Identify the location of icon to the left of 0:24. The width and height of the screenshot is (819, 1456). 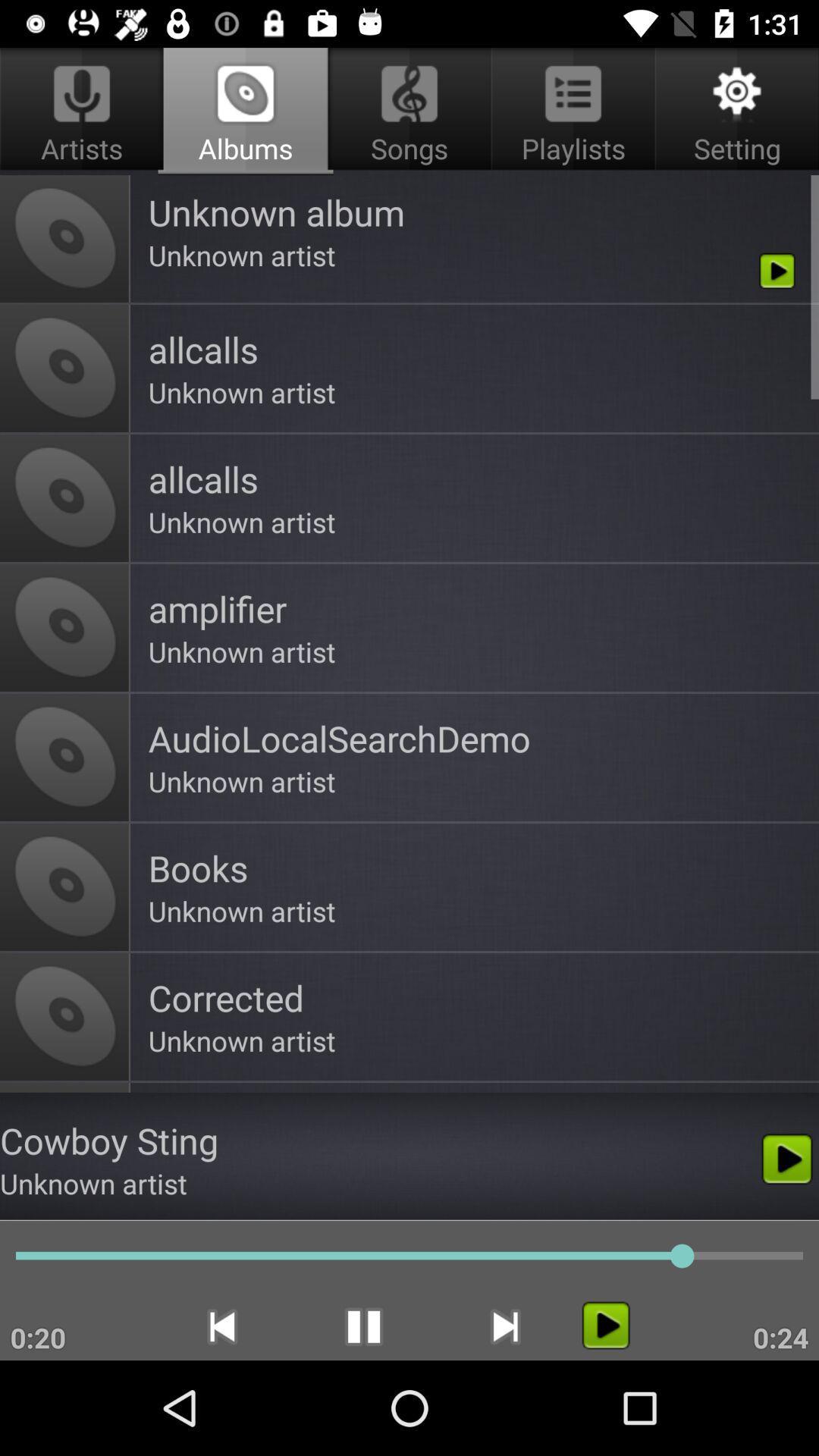
(605, 1324).